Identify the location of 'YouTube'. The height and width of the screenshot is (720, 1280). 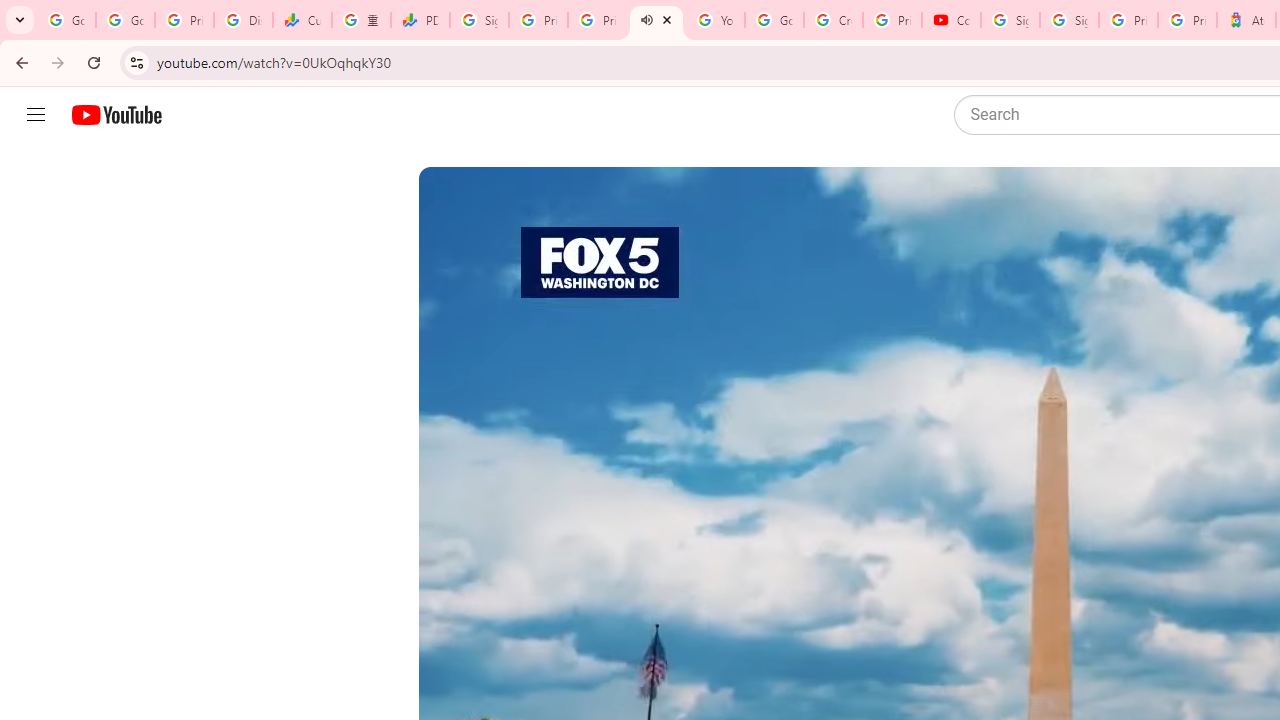
(715, 20).